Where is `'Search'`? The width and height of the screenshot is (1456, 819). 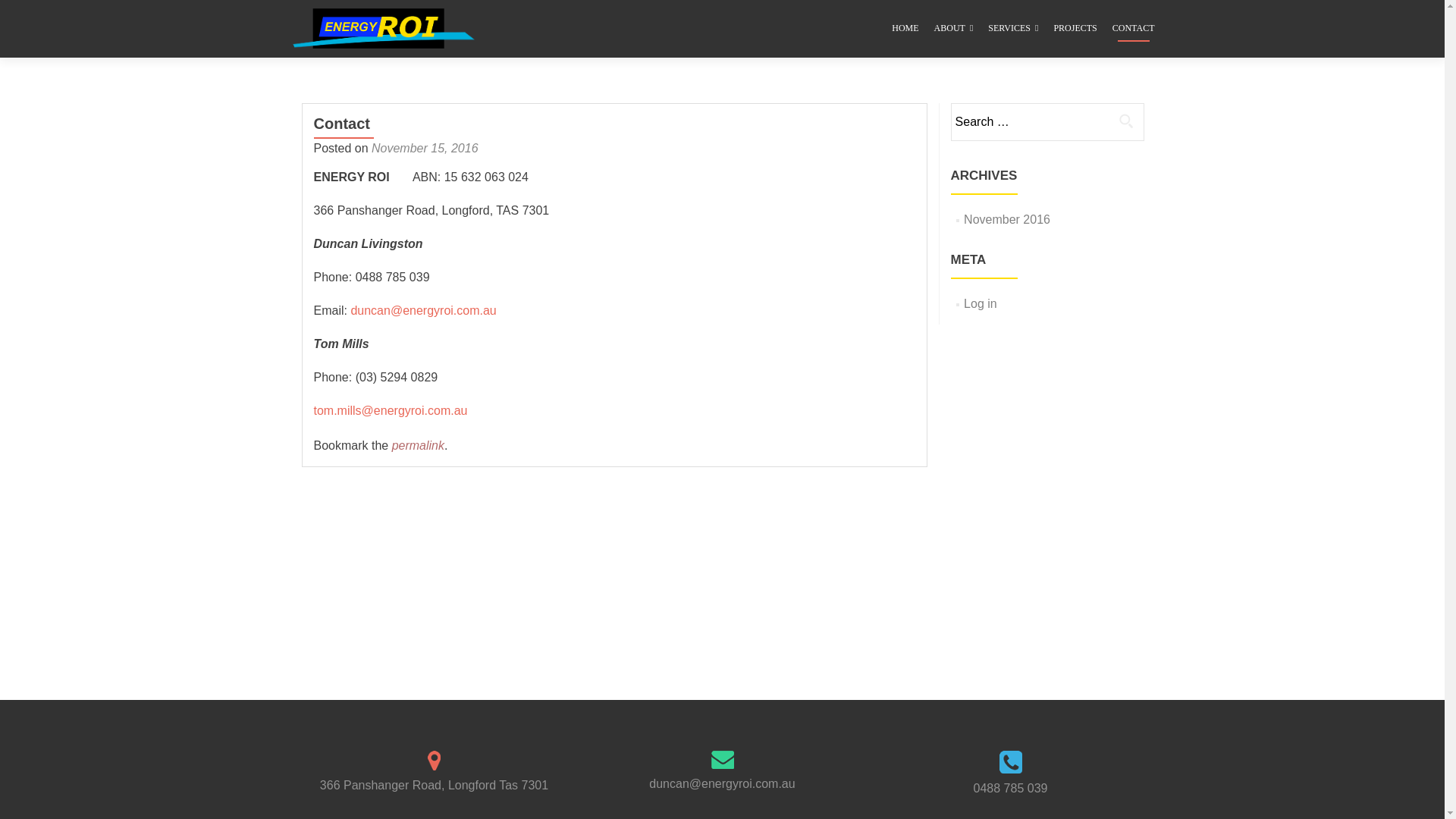
'Search' is located at coordinates (1109, 119).